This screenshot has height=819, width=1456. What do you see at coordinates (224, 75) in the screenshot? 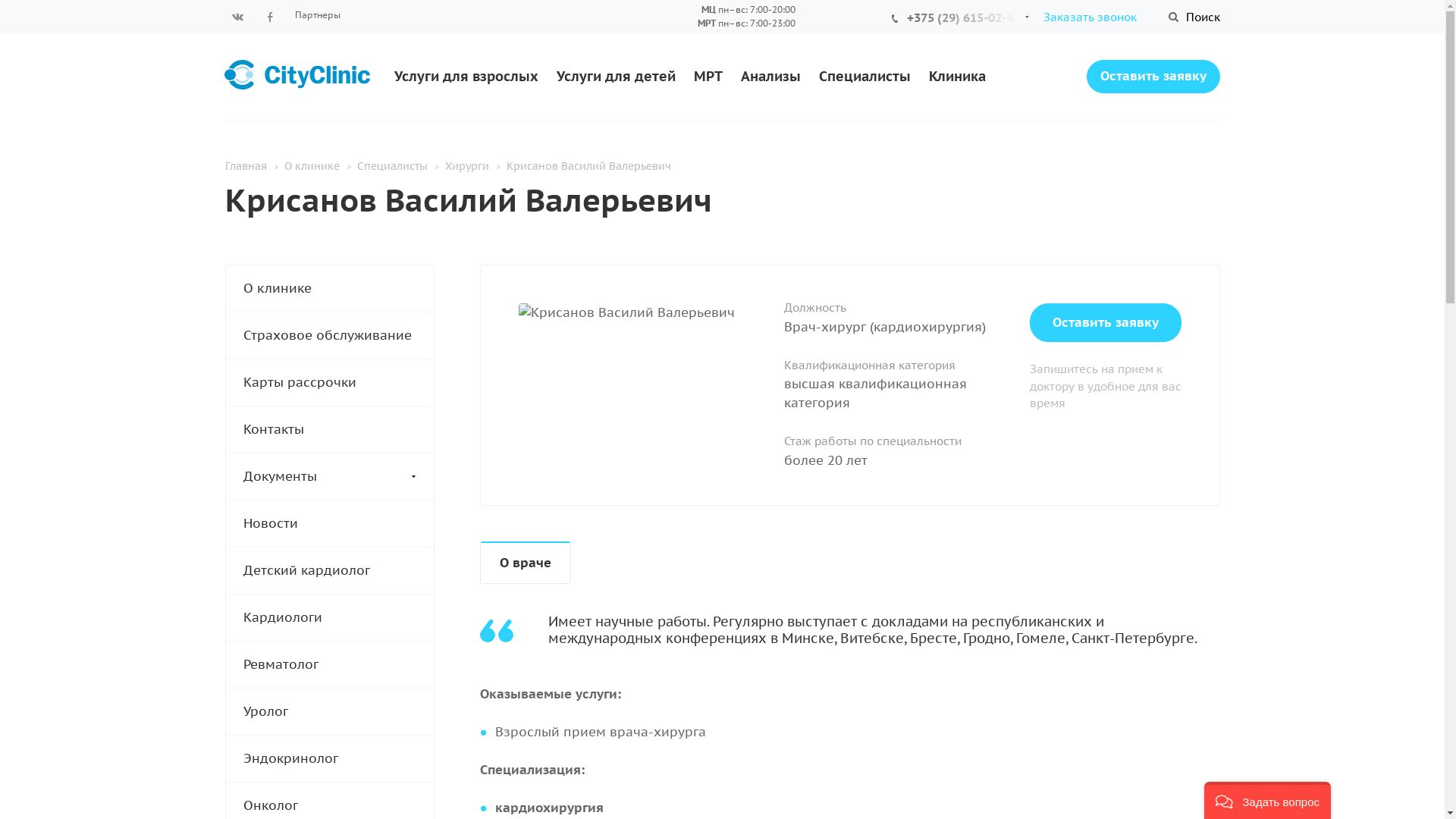
I see `'CityClinic'` at bounding box center [224, 75].